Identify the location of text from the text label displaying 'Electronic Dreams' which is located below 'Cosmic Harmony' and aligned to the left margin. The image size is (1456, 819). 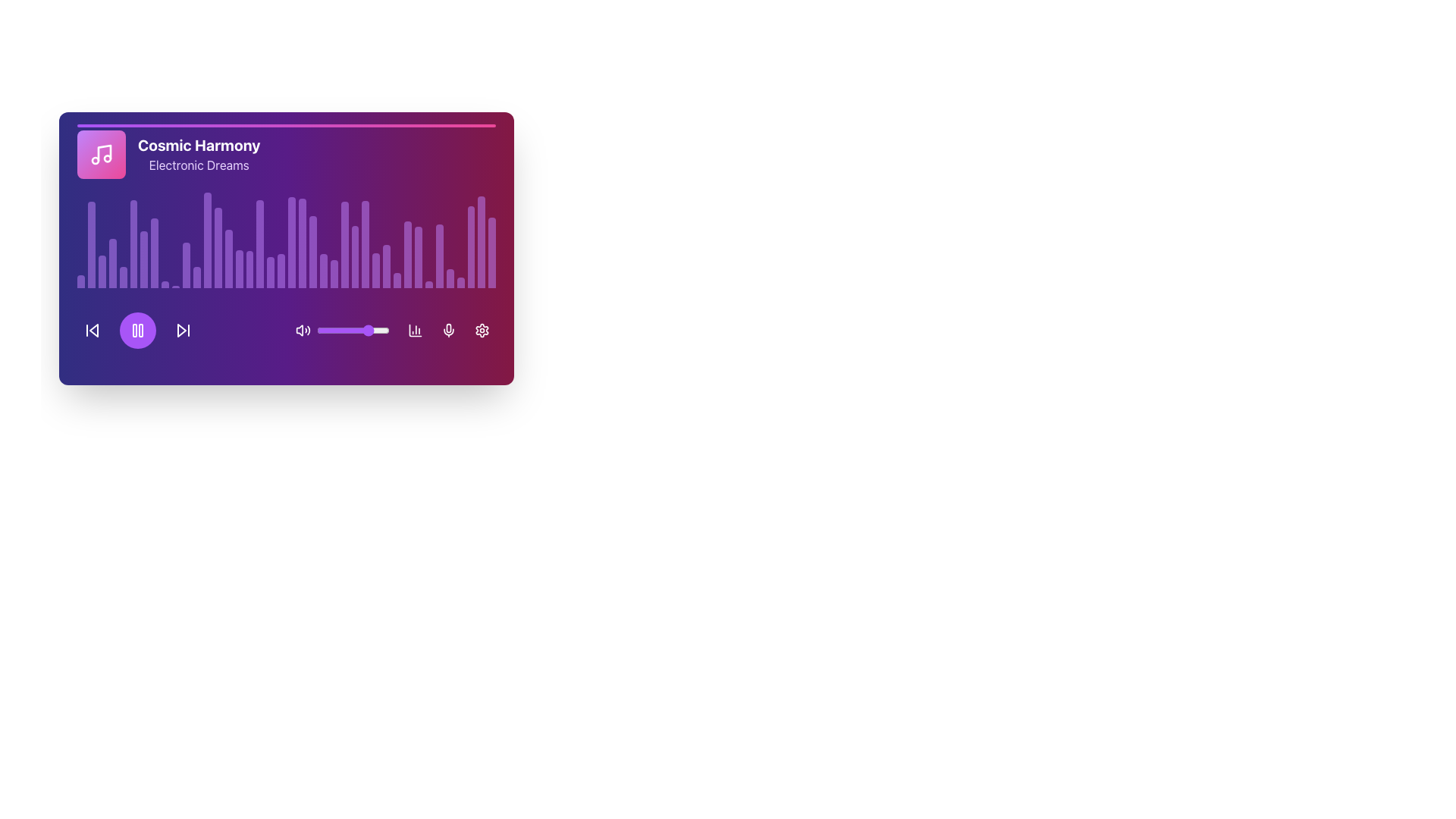
(198, 165).